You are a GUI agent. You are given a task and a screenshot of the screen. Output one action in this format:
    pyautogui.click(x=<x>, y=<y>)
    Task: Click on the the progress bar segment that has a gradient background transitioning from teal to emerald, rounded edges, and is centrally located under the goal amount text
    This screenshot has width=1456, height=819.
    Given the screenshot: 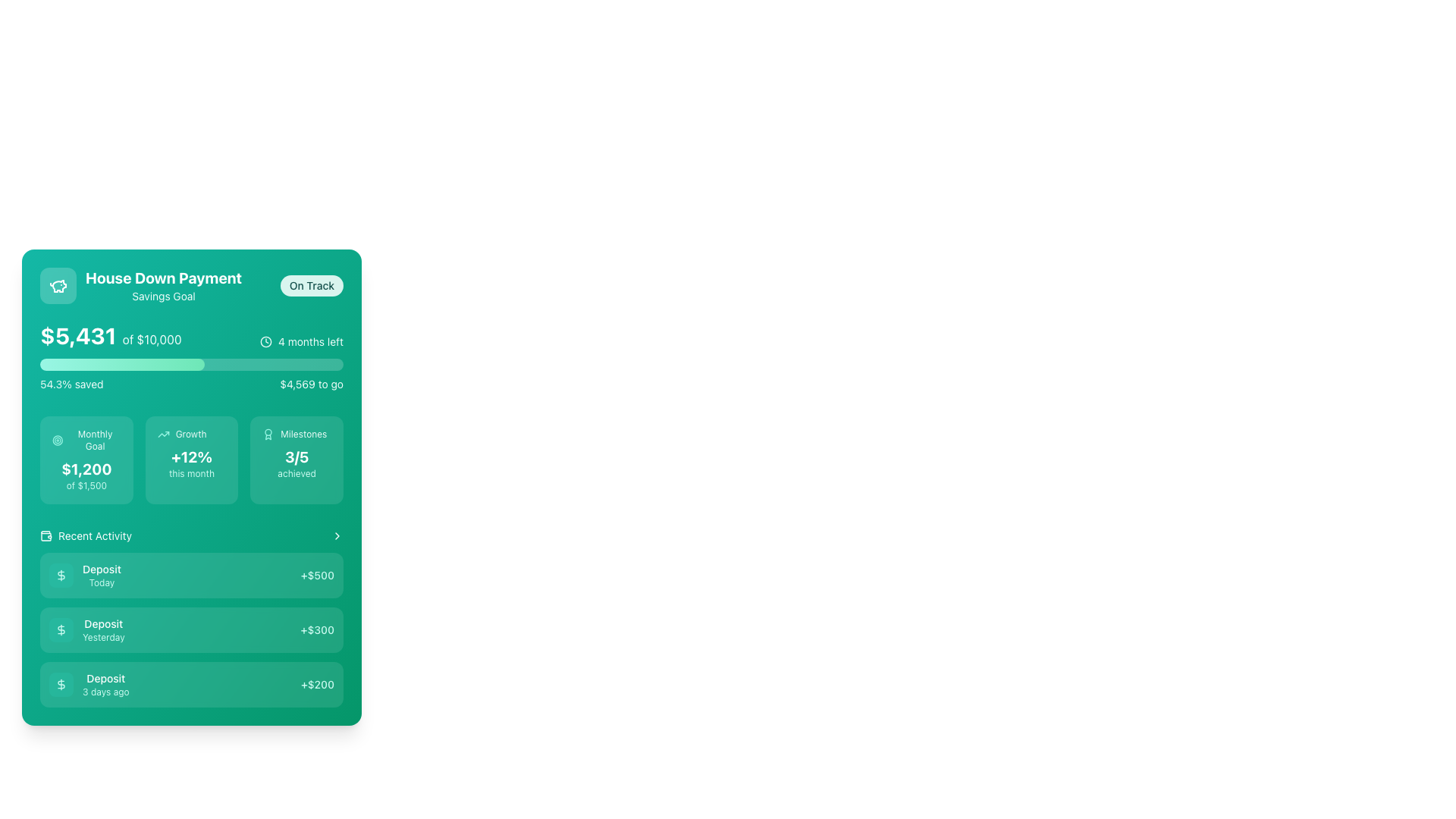 What is the action you would take?
    pyautogui.click(x=122, y=365)
    